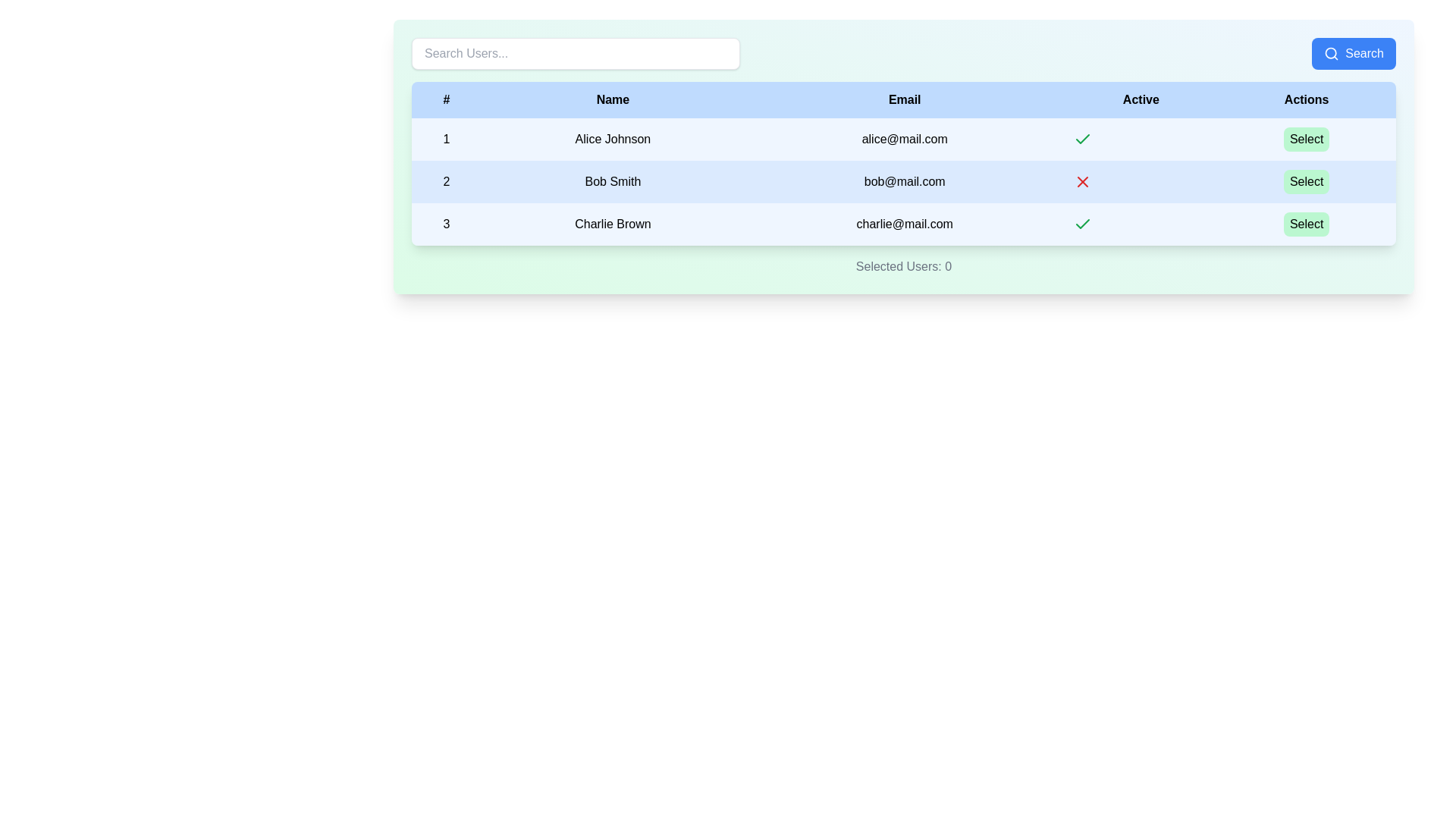  I want to click on the second 'Select' button in the 'Actions' column of the table, so click(1306, 180).